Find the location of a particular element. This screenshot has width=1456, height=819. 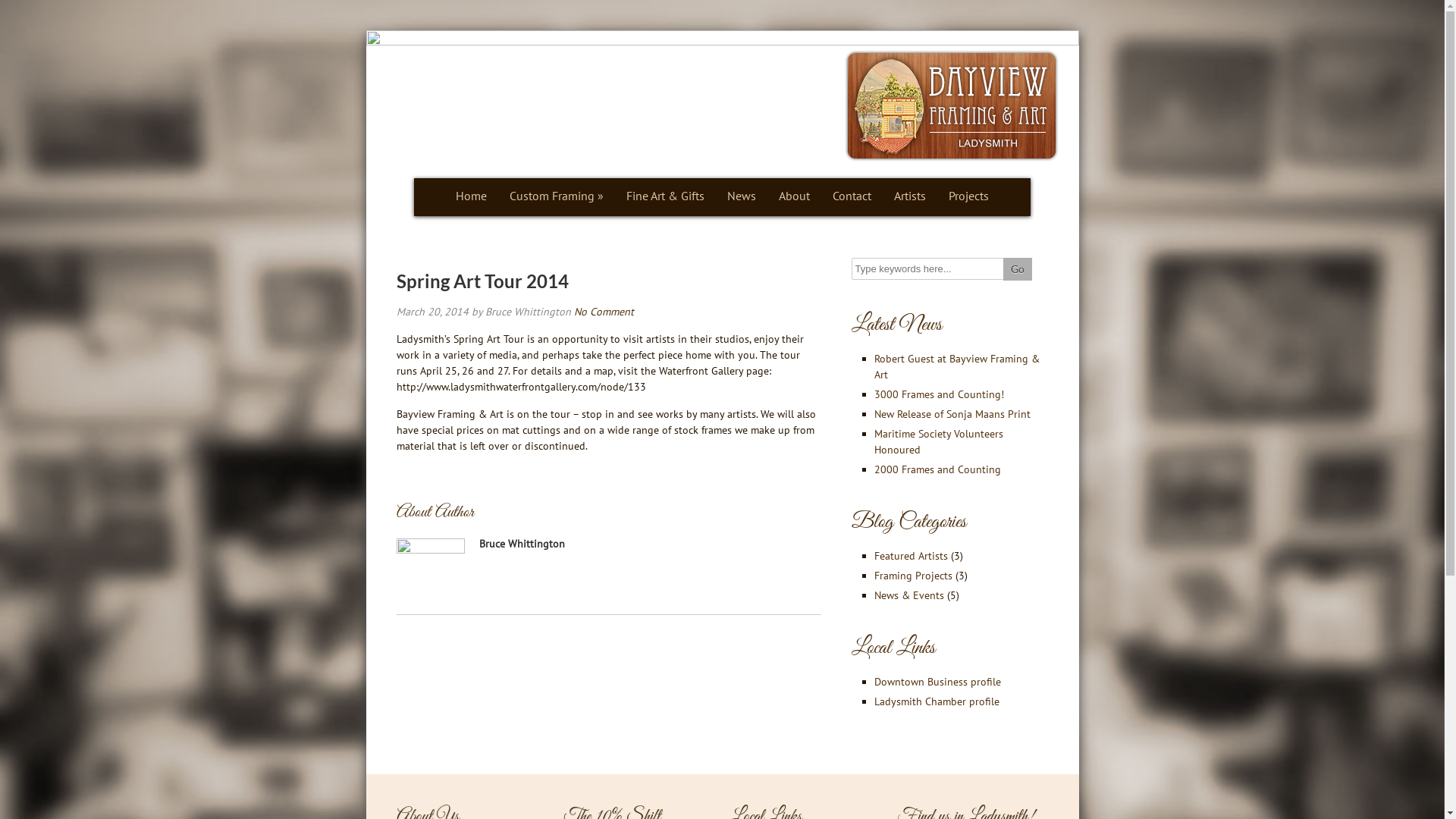

'News' is located at coordinates (742, 196).